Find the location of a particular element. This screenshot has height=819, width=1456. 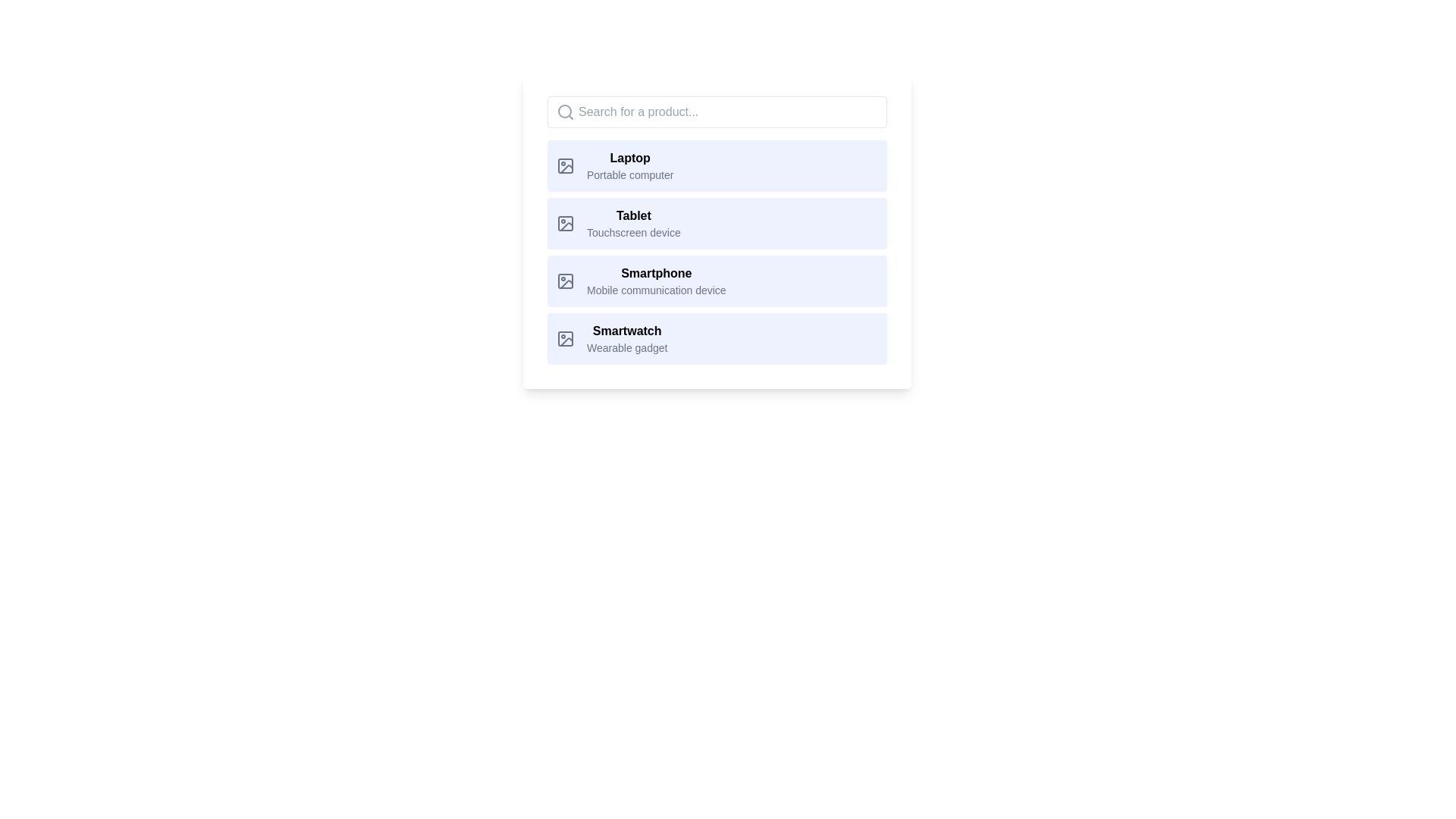

the magnifying glass icon that signifies search operations, located to the left of the text input field is located at coordinates (564, 111).